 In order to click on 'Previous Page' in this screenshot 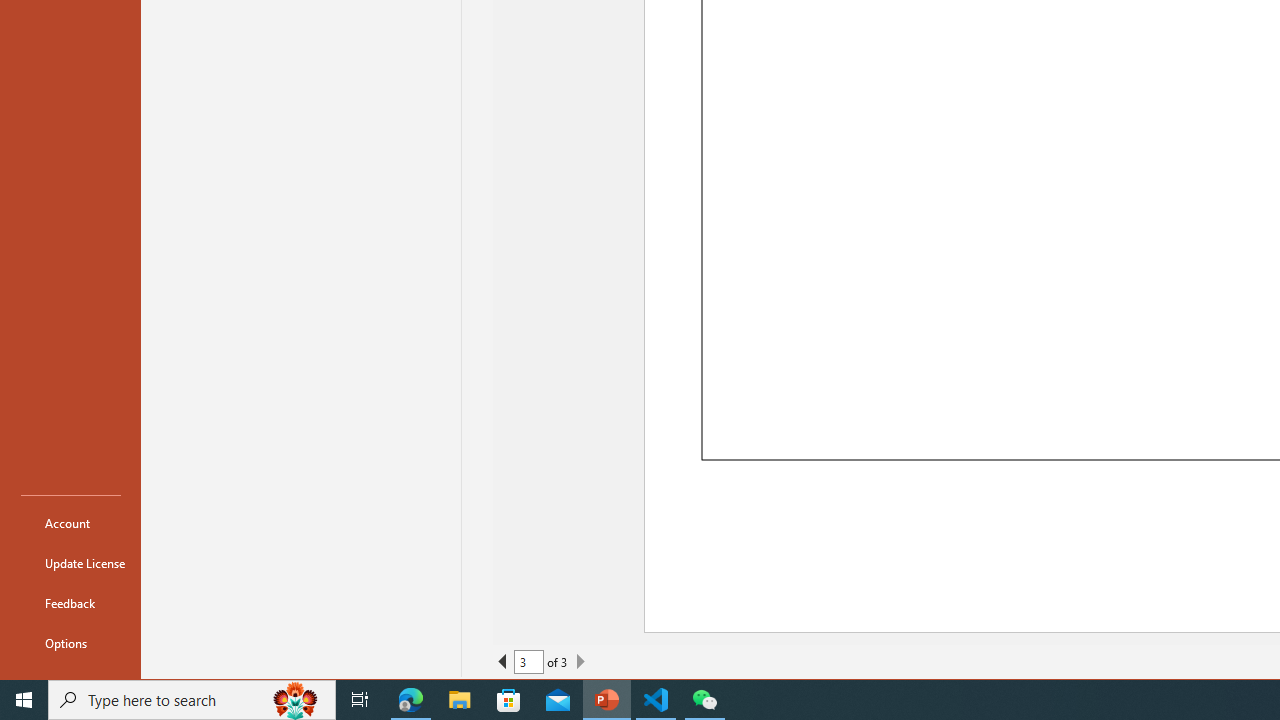, I will do `click(503, 662)`.